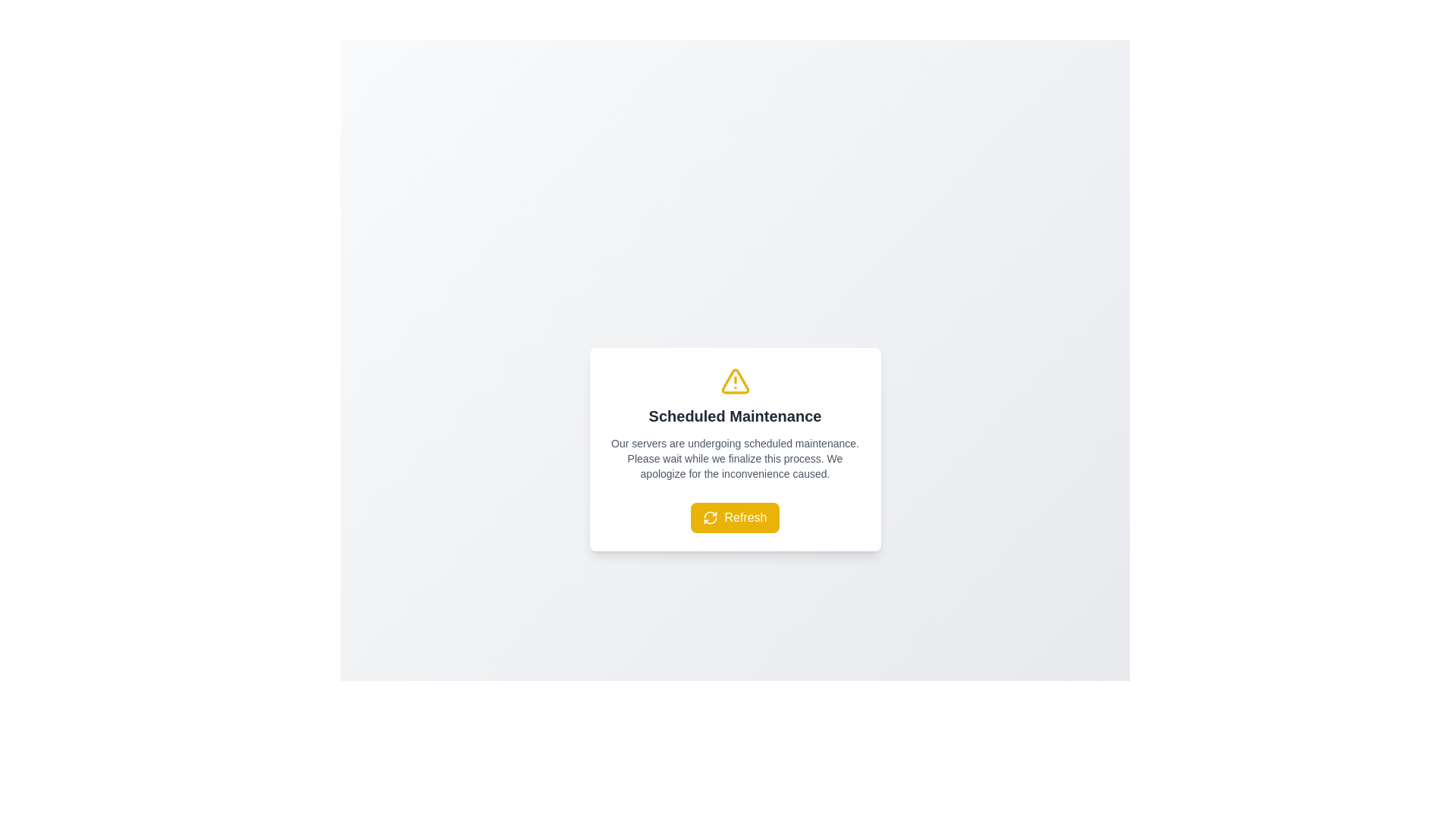  Describe the element at coordinates (735, 416) in the screenshot. I see `the bold, large text element that says 'Scheduled Maintenance', which is centrally positioned beneath a warning icon` at that location.